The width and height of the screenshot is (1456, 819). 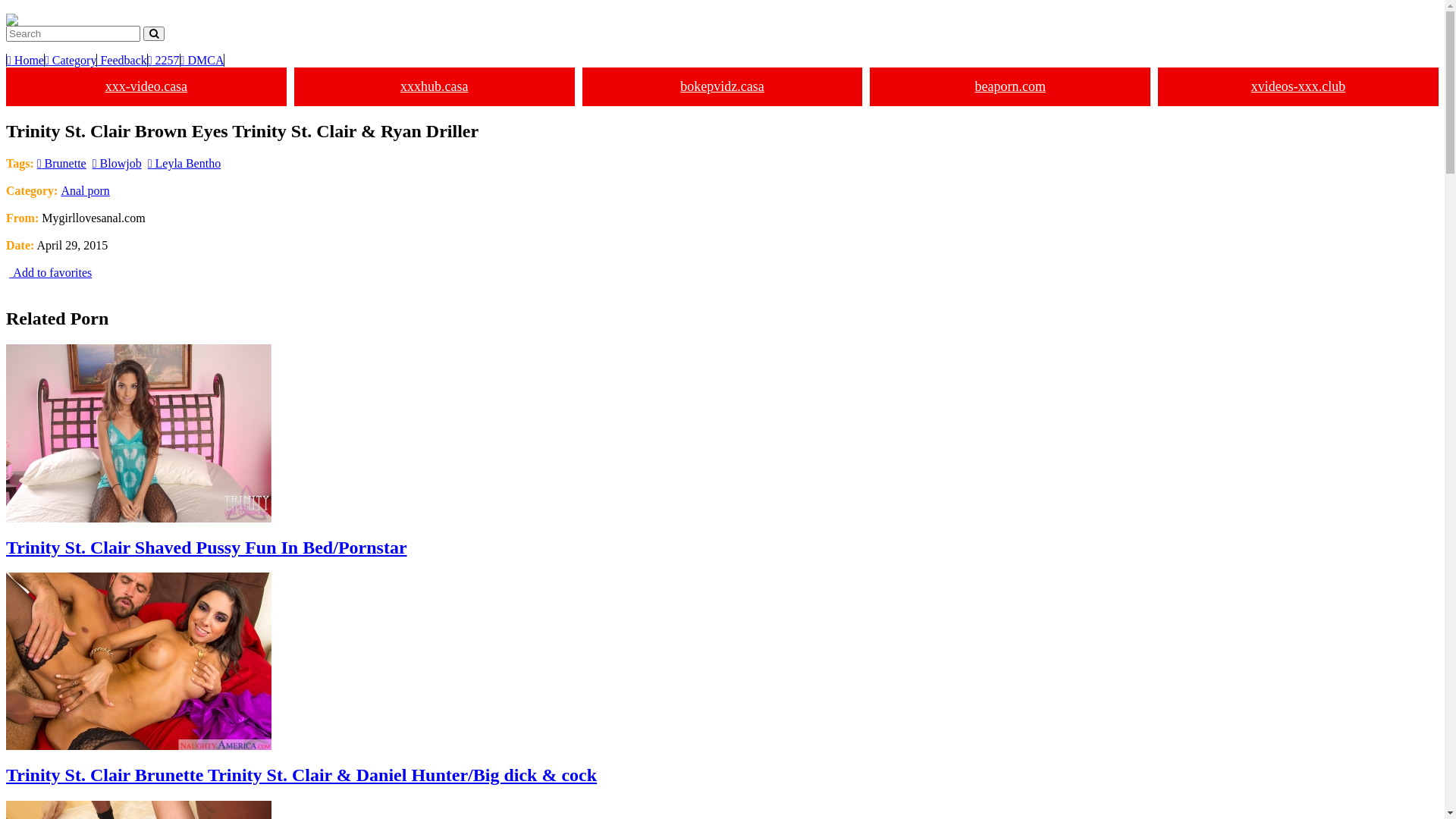 What do you see at coordinates (49, 271) in the screenshot?
I see `'Add to favorites'` at bounding box center [49, 271].